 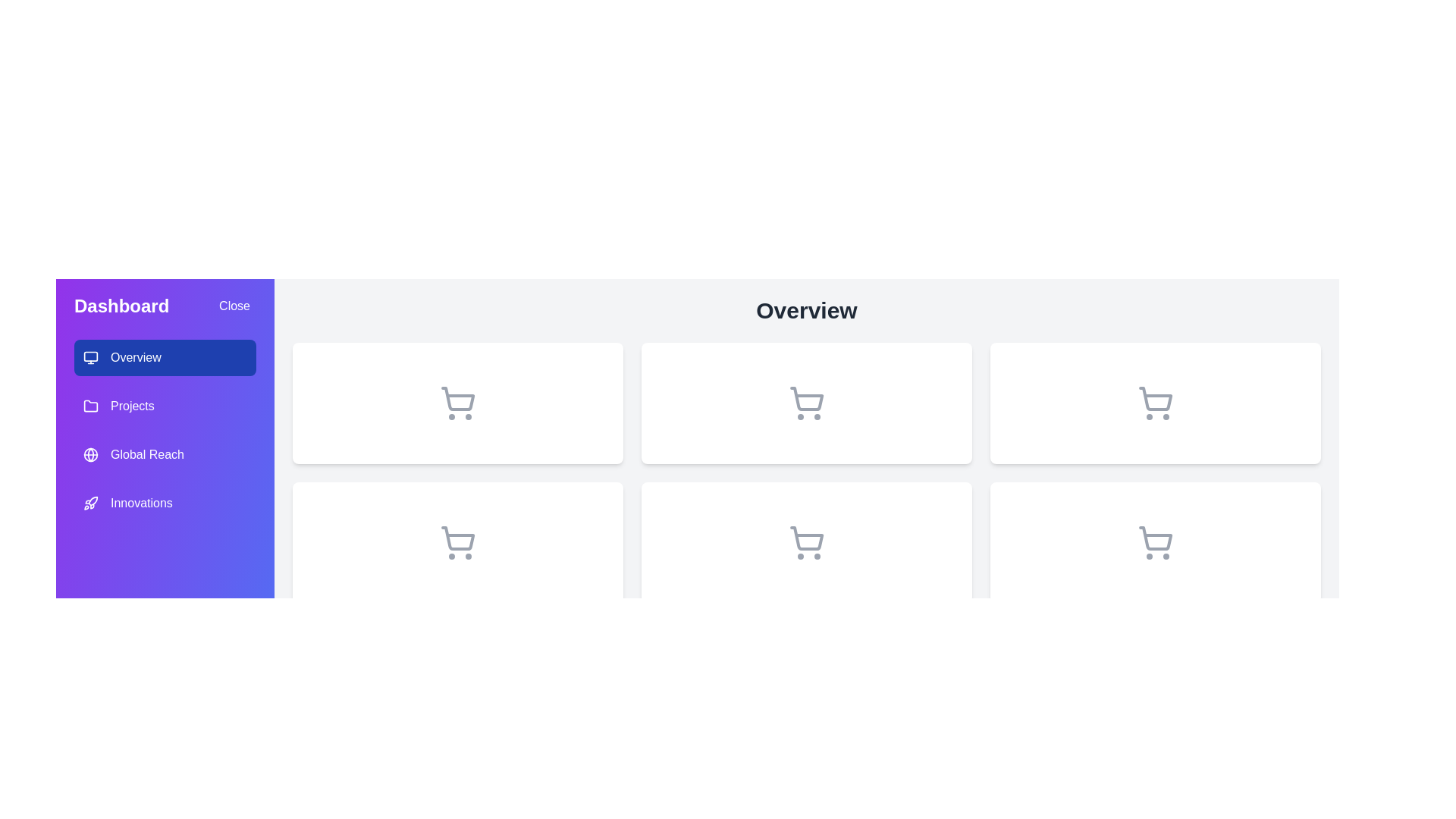 I want to click on the menu section Innovations by clicking on its corresponding menu item, so click(x=165, y=503).